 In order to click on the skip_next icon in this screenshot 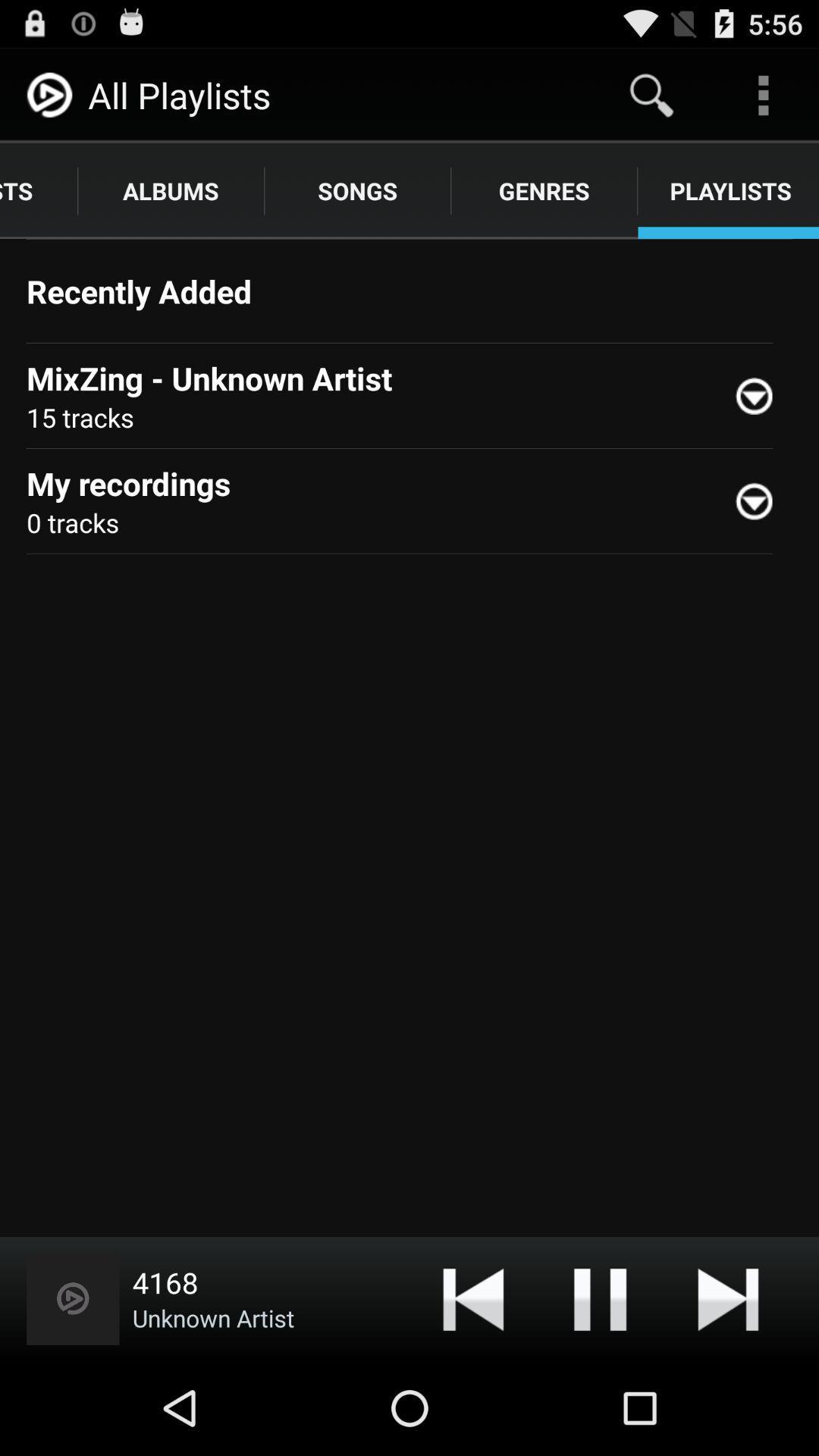, I will do `click(727, 1389)`.